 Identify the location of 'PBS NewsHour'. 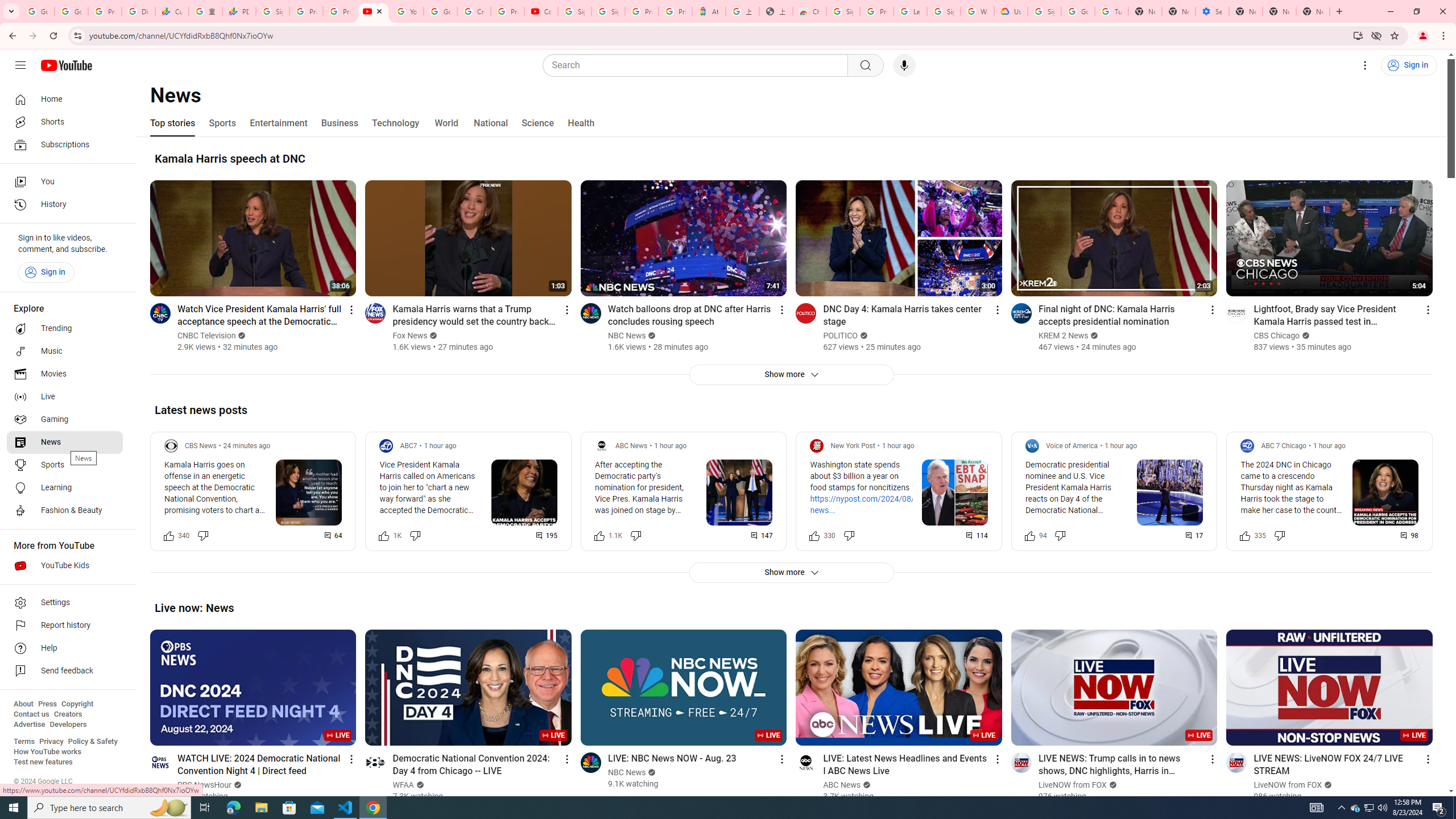
(204, 784).